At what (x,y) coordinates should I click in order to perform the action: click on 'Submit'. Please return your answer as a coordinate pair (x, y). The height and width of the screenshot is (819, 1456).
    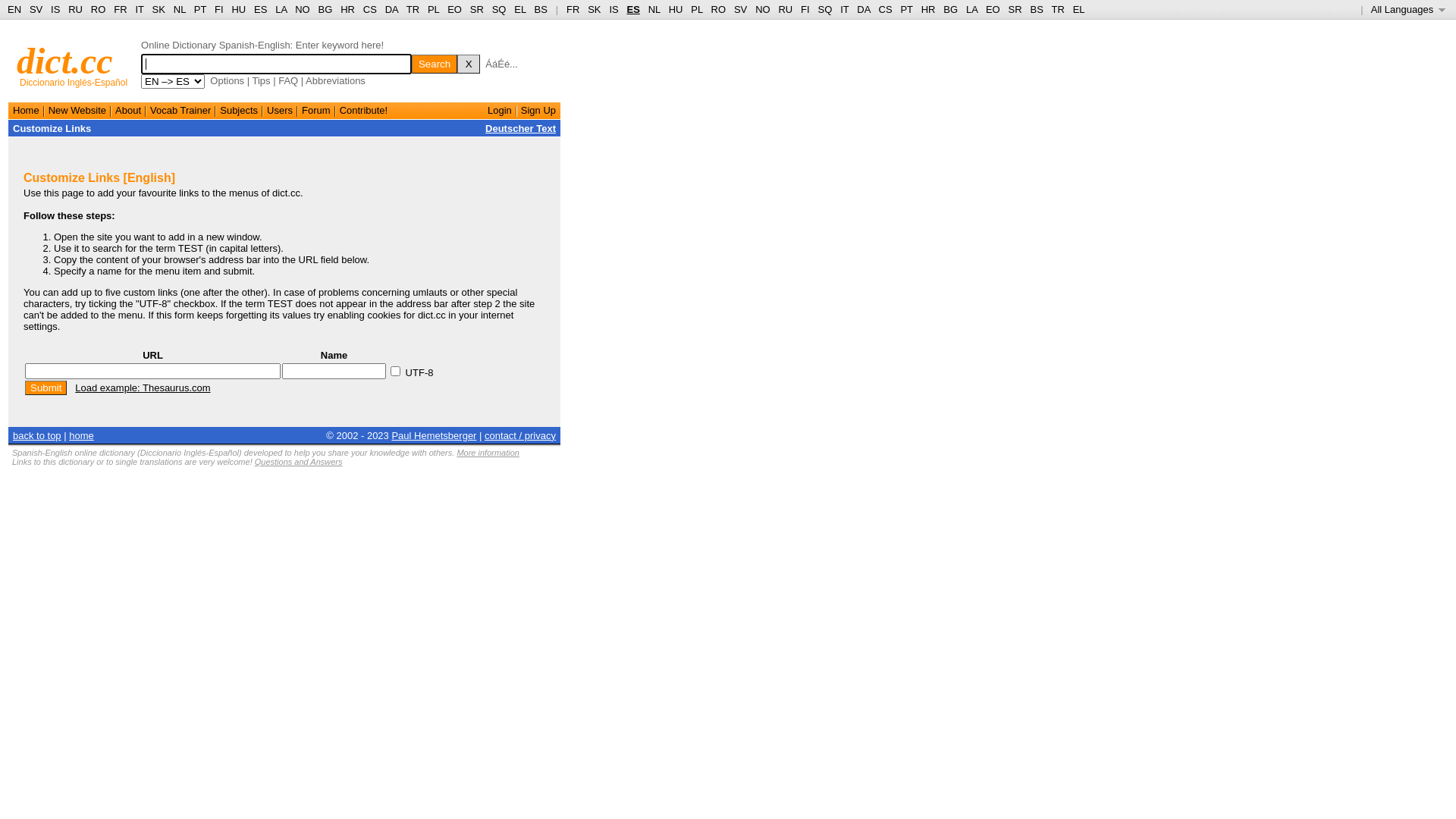
    Looking at the image, I should click on (45, 387).